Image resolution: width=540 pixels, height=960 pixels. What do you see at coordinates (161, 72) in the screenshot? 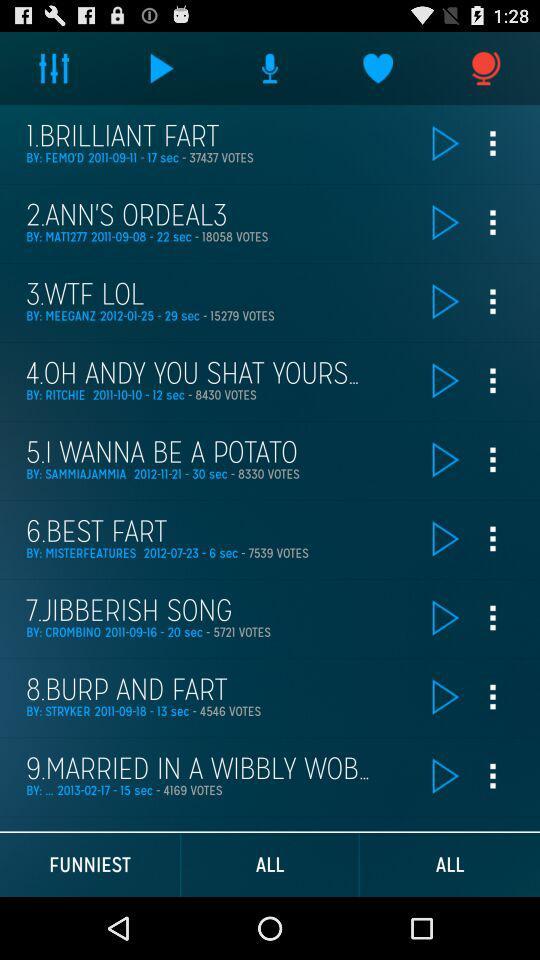
I see `the play icon` at bounding box center [161, 72].